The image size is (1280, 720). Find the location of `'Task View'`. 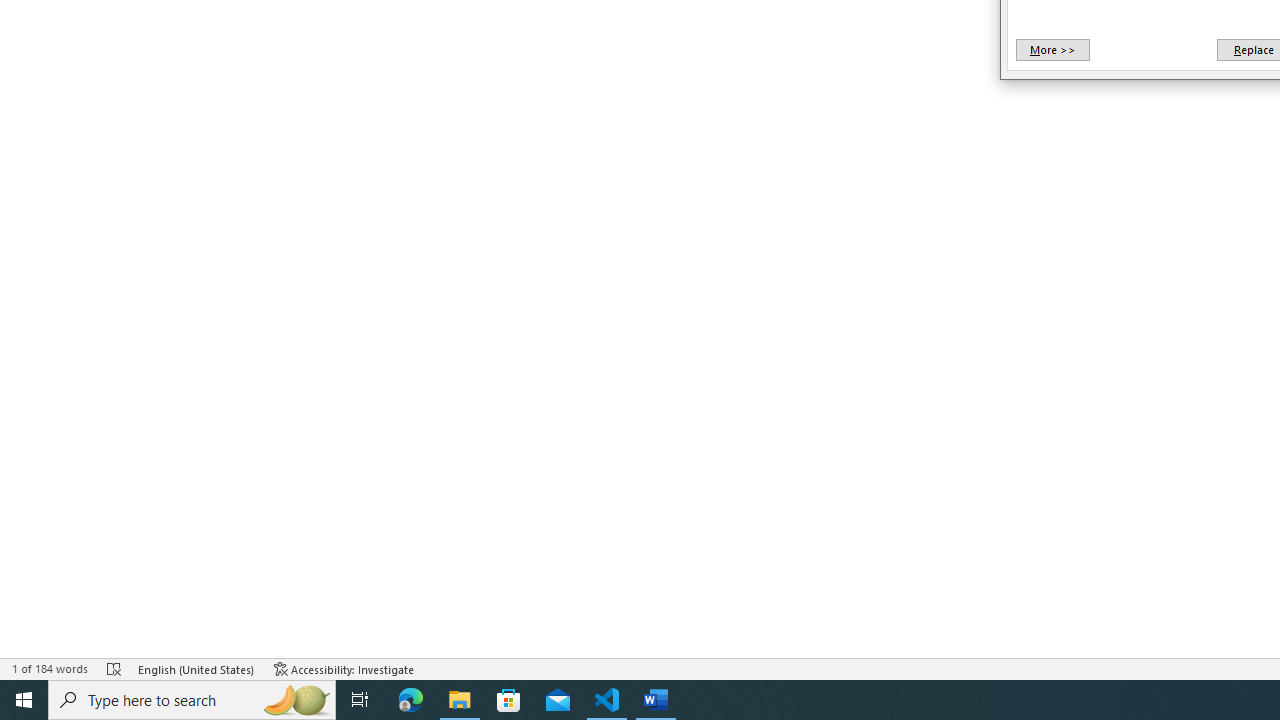

'Task View' is located at coordinates (359, 698).